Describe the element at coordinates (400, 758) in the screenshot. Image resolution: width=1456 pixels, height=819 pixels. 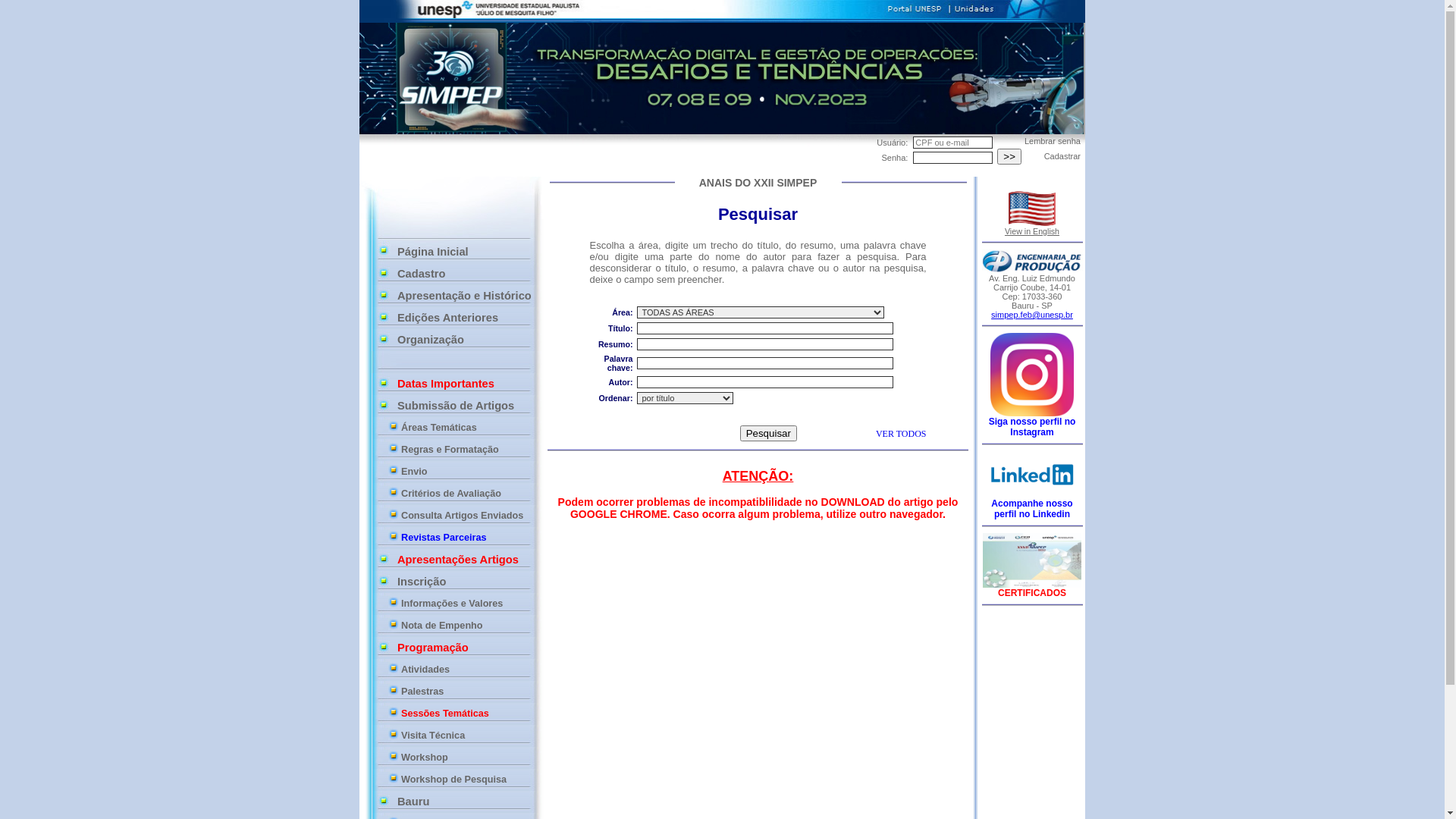
I see `'Workshop'` at that location.